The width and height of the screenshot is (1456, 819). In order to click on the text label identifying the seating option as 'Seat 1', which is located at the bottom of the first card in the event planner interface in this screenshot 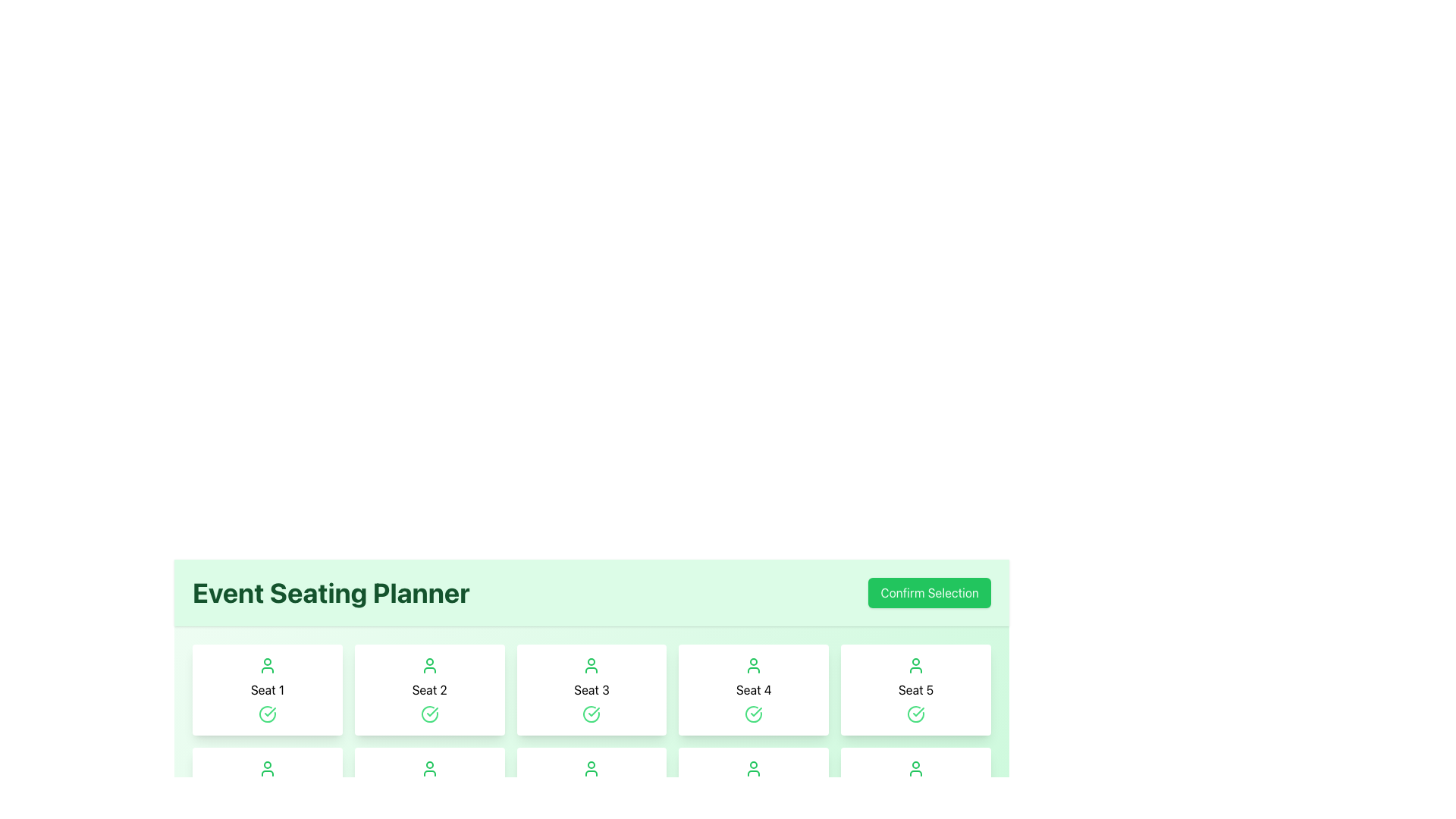, I will do `click(267, 690)`.